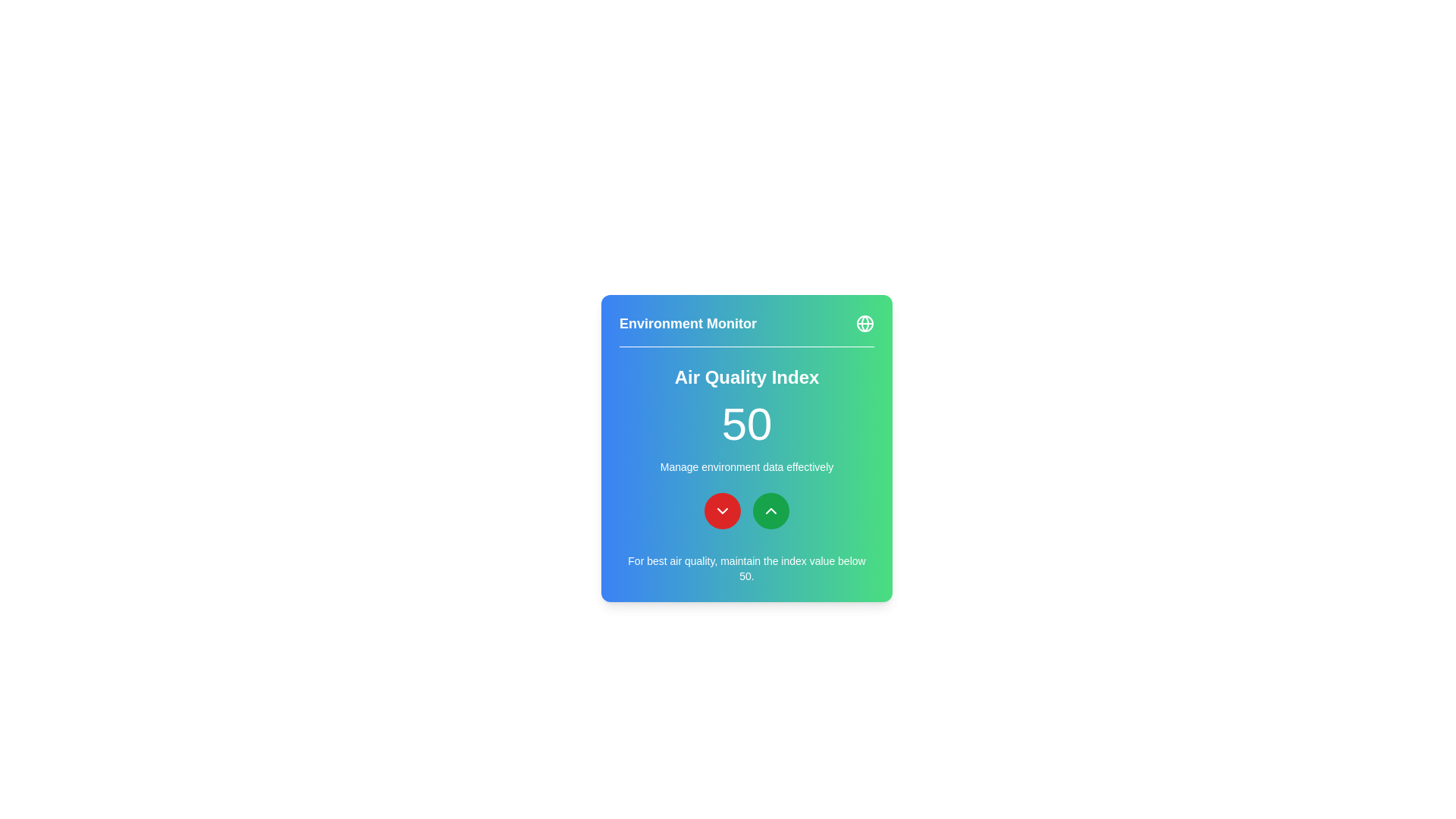 This screenshot has width=1456, height=819. I want to click on the second button in the horizontal group located below the 'Air Quality Index' value, so click(771, 511).